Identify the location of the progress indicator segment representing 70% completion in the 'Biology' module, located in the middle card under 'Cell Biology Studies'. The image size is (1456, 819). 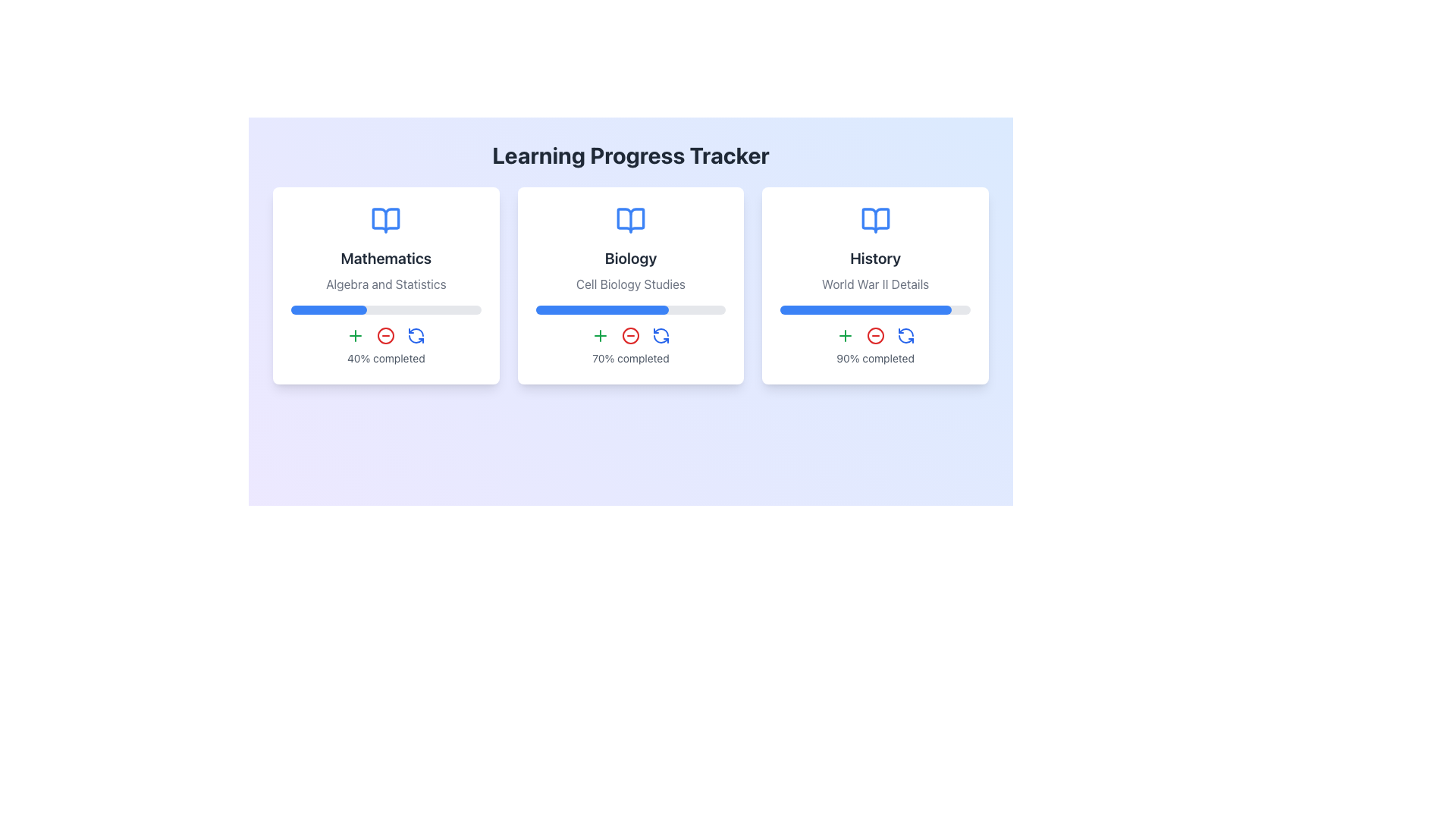
(601, 309).